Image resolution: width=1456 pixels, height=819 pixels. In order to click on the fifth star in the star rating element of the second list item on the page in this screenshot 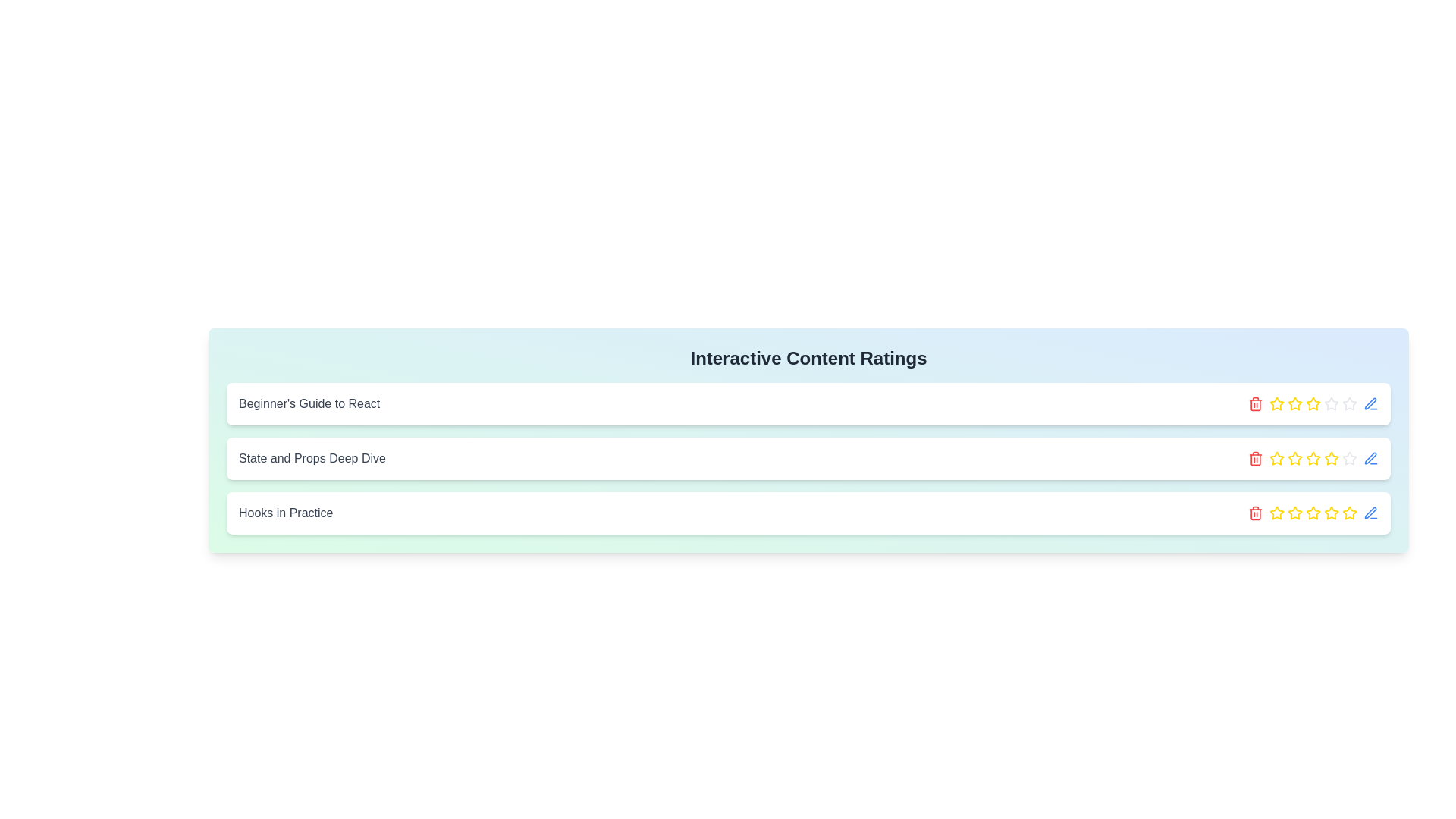, I will do `click(1350, 403)`.